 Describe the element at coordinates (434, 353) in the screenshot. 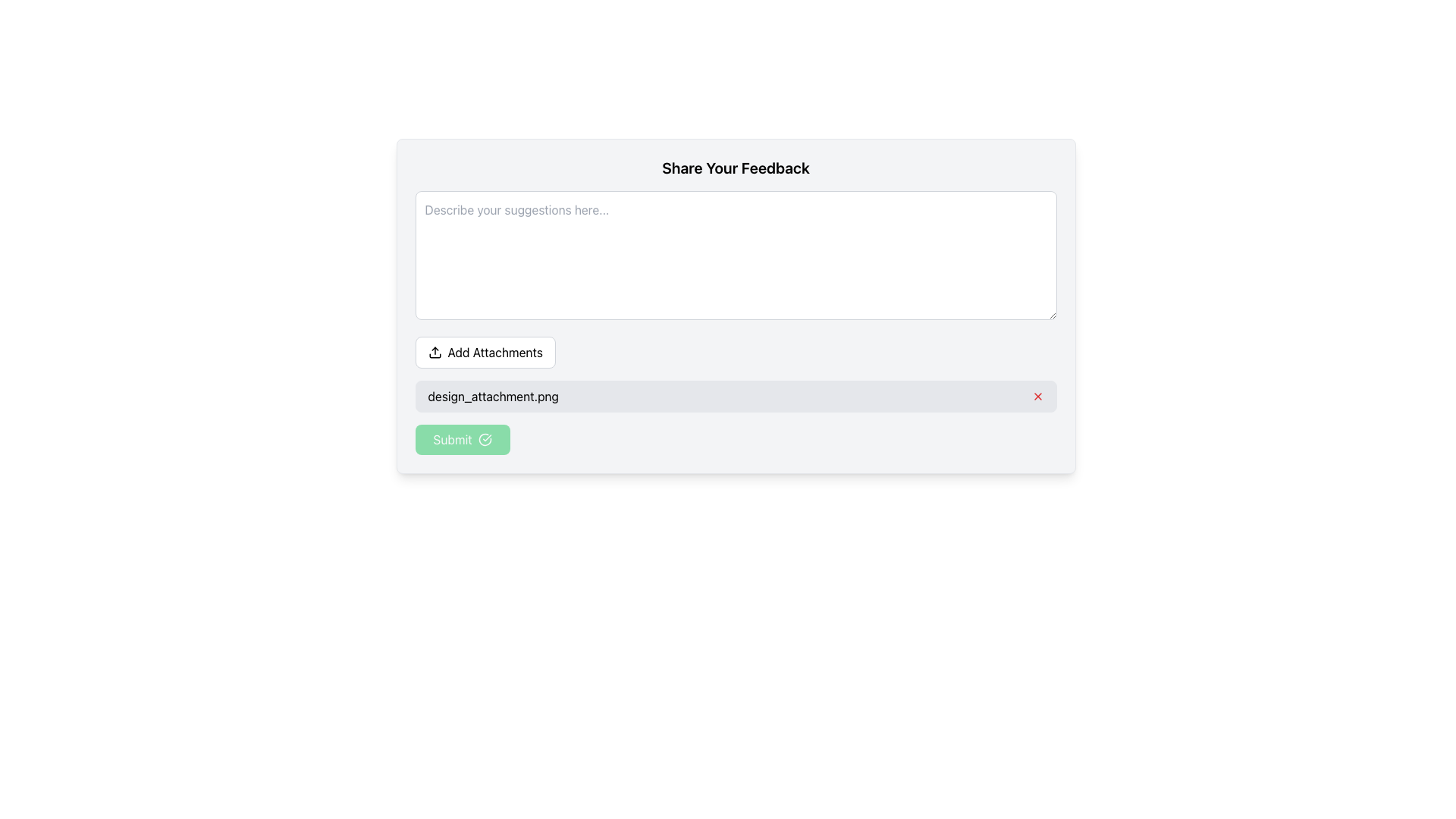

I see `upload icon SVG graphic element, which features an upward-pointing arrow inside a rectangular base outline, located to the left of the 'Add Attachments' text` at that location.